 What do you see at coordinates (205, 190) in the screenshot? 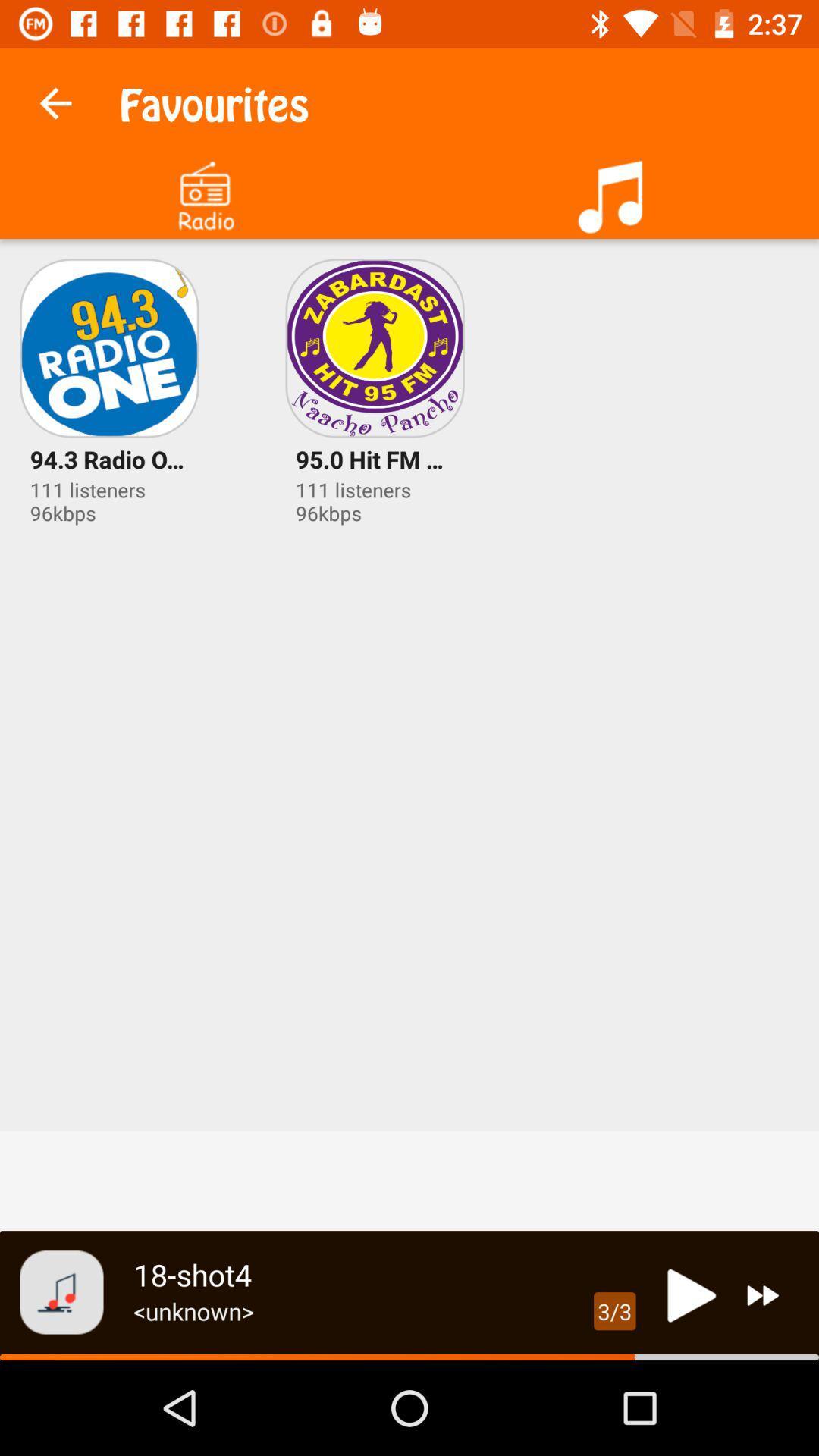
I see `press to select radio options` at bounding box center [205, 190].